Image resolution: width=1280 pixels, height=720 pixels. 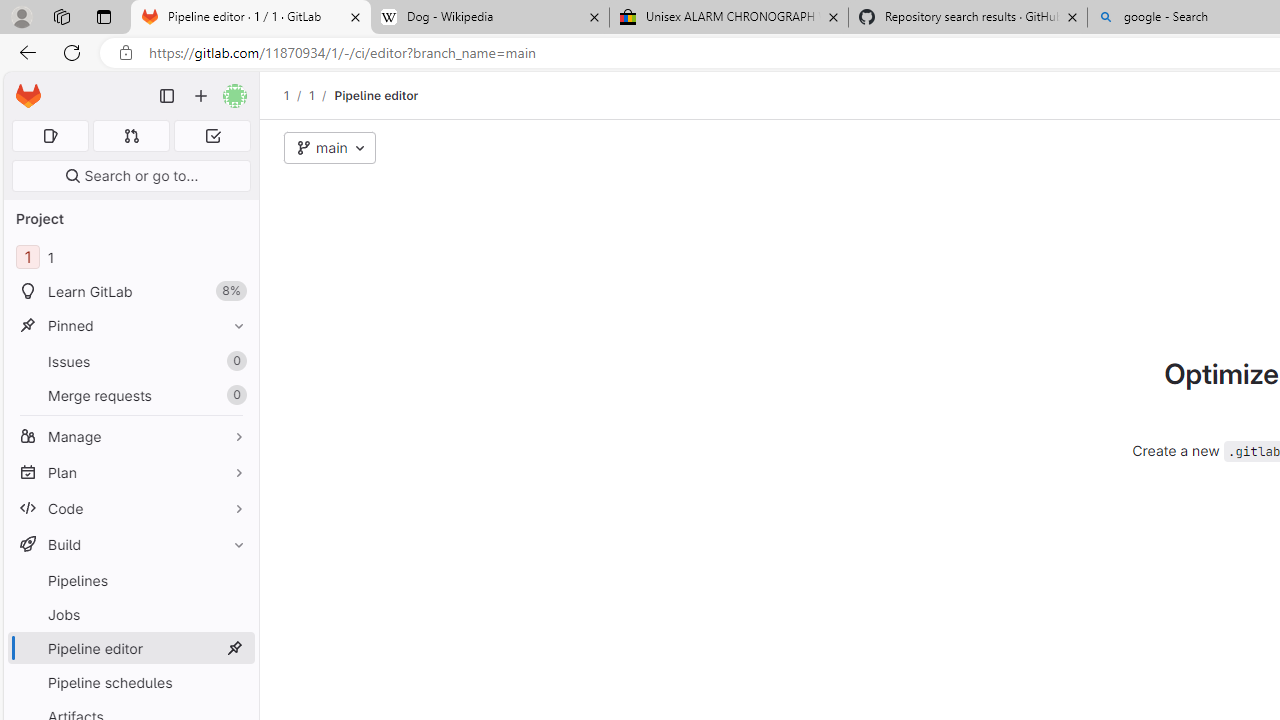 What do you see at coordinates (130, 435) in the screenshot?
I see `'Manage'` at bounding box center [130, 435].